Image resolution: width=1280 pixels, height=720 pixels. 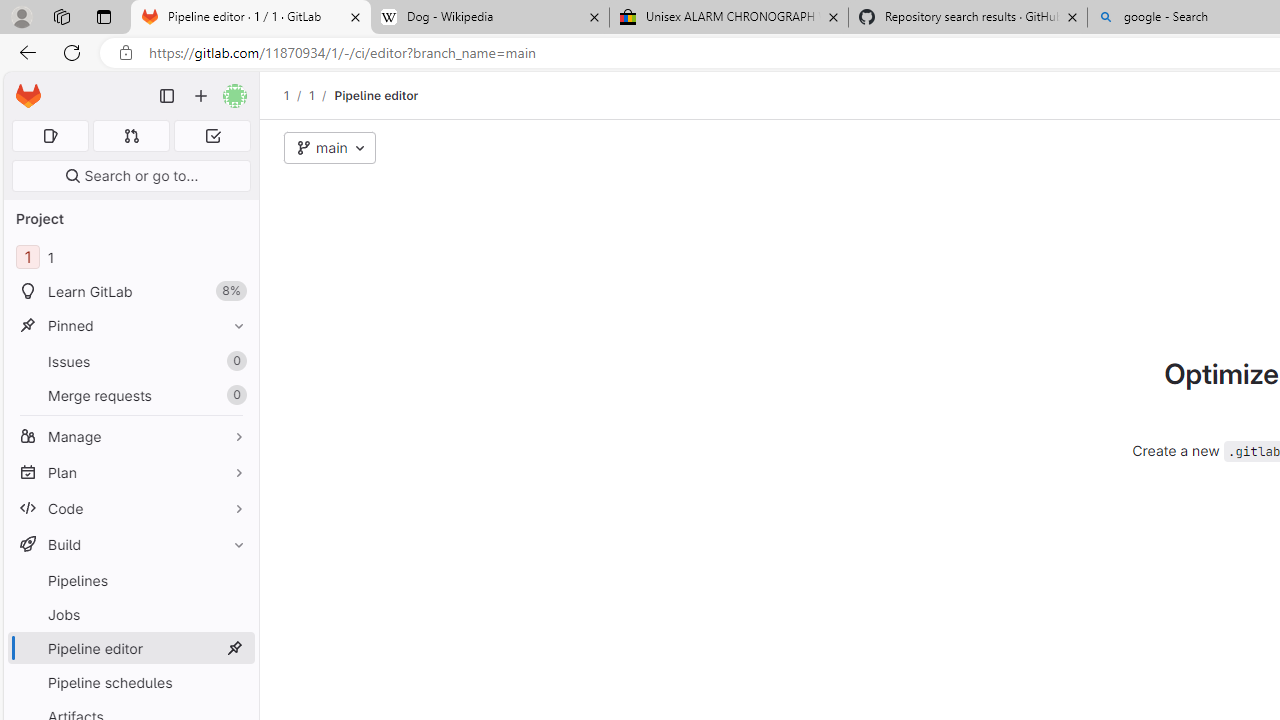 What do you see at coordinates (130, 435) in the screenshot?
I see `'Manage'` at bounding box center [130, 435].